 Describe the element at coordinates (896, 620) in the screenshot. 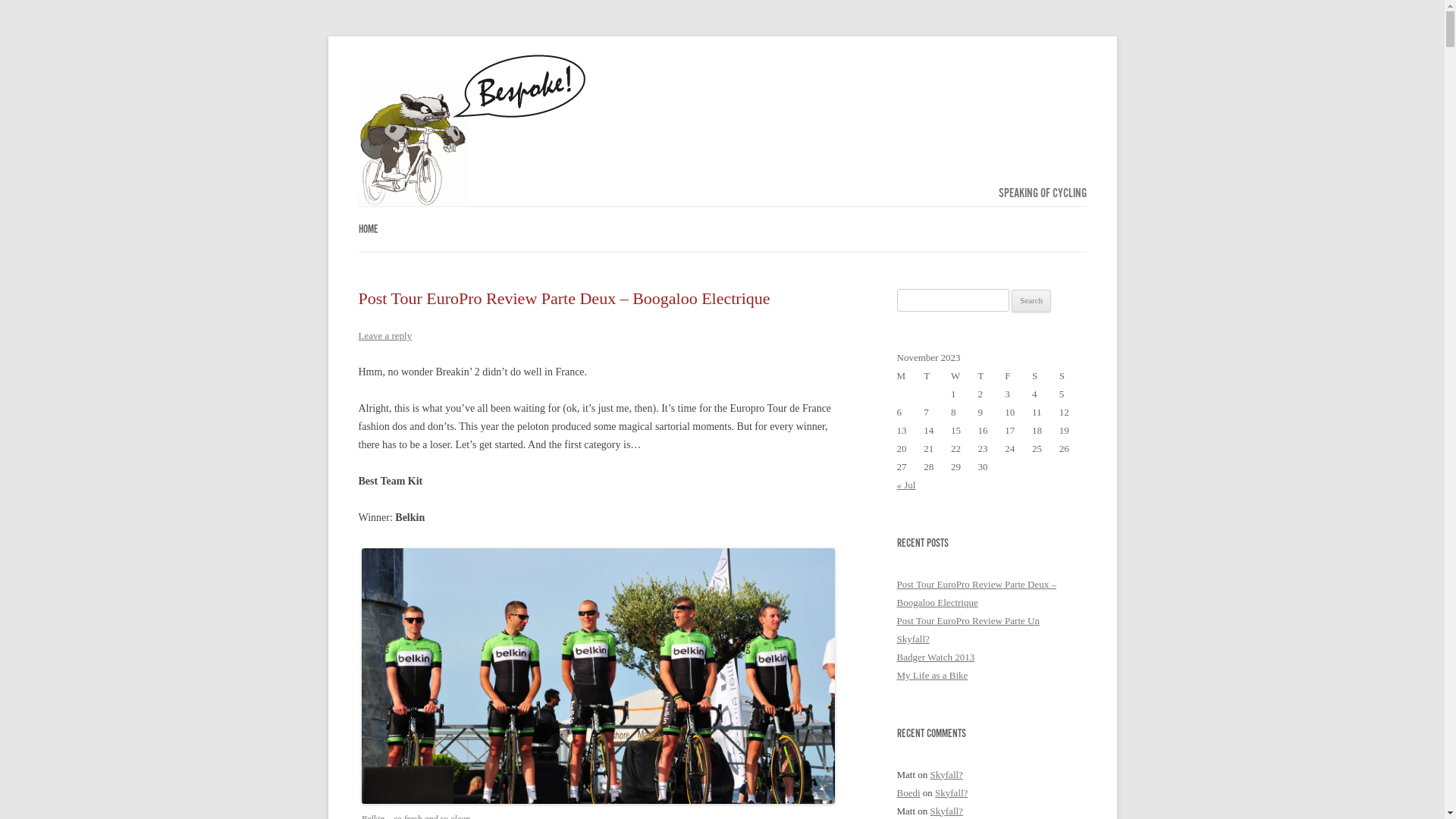

I see `'Post Tour EuroPro Review Parte Un'` at that location.